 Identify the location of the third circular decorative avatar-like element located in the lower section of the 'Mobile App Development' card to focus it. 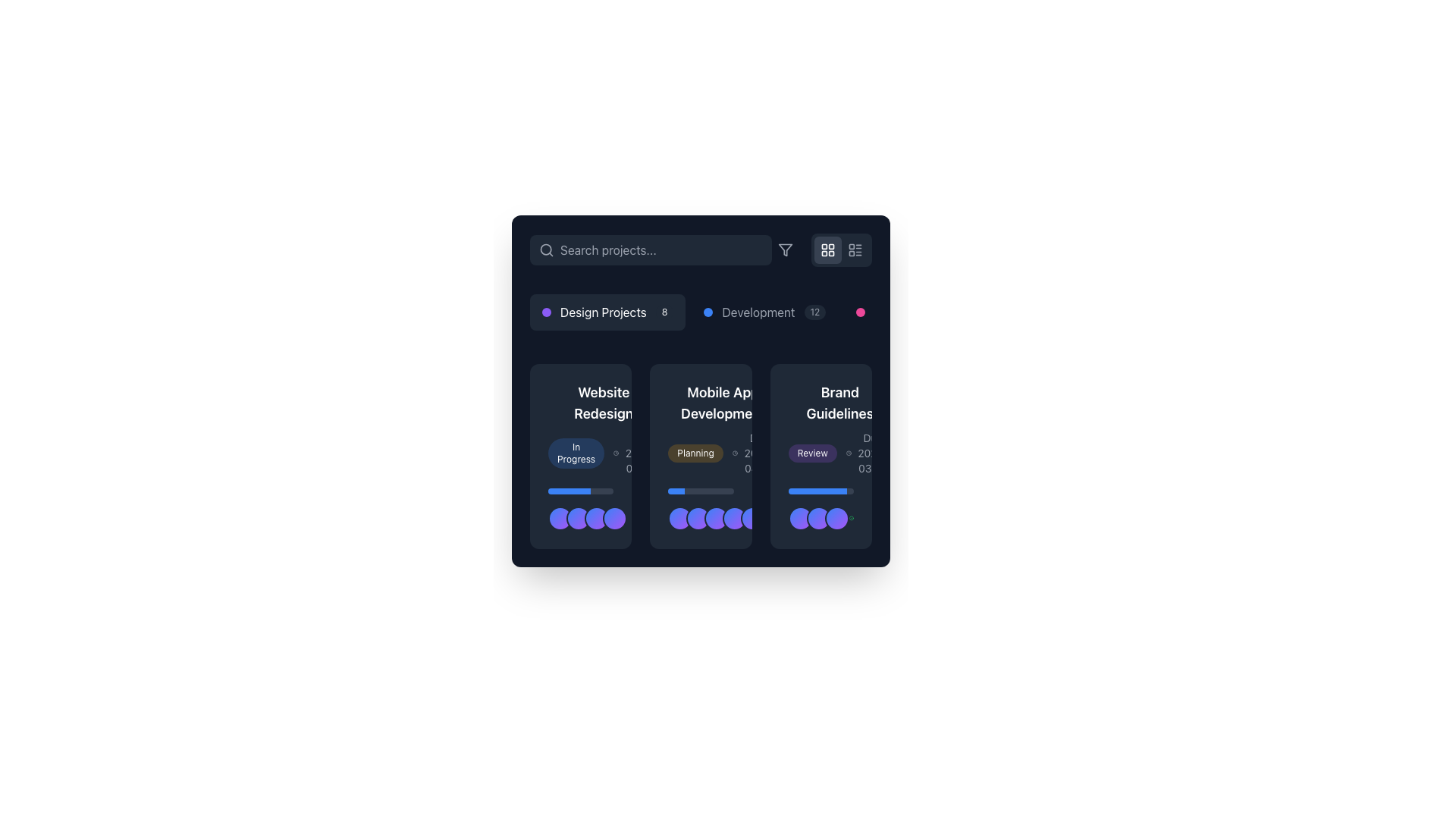
(700, 517).